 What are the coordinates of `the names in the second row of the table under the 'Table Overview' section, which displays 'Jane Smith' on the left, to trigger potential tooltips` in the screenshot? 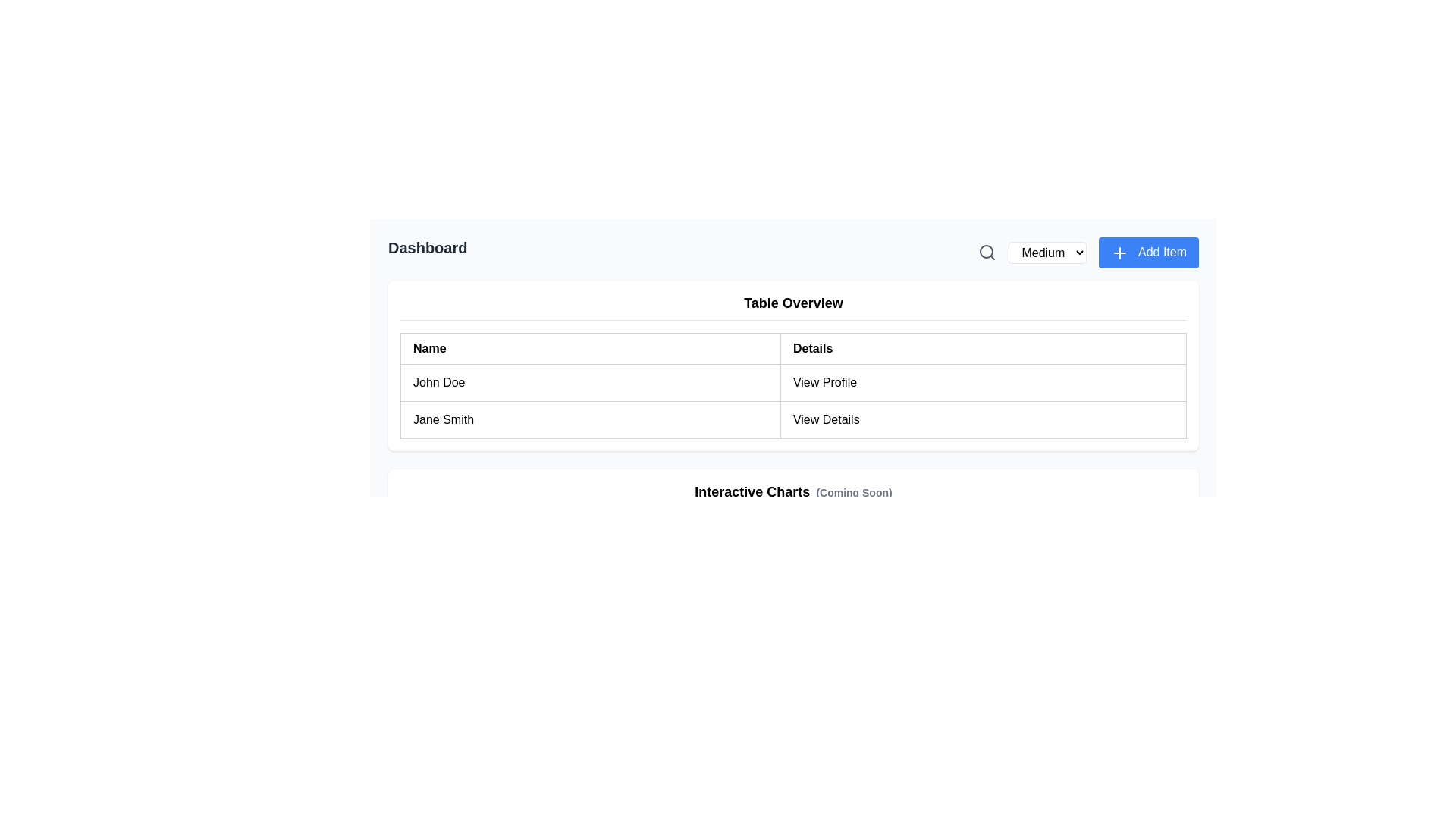 It's located at (792, 419).